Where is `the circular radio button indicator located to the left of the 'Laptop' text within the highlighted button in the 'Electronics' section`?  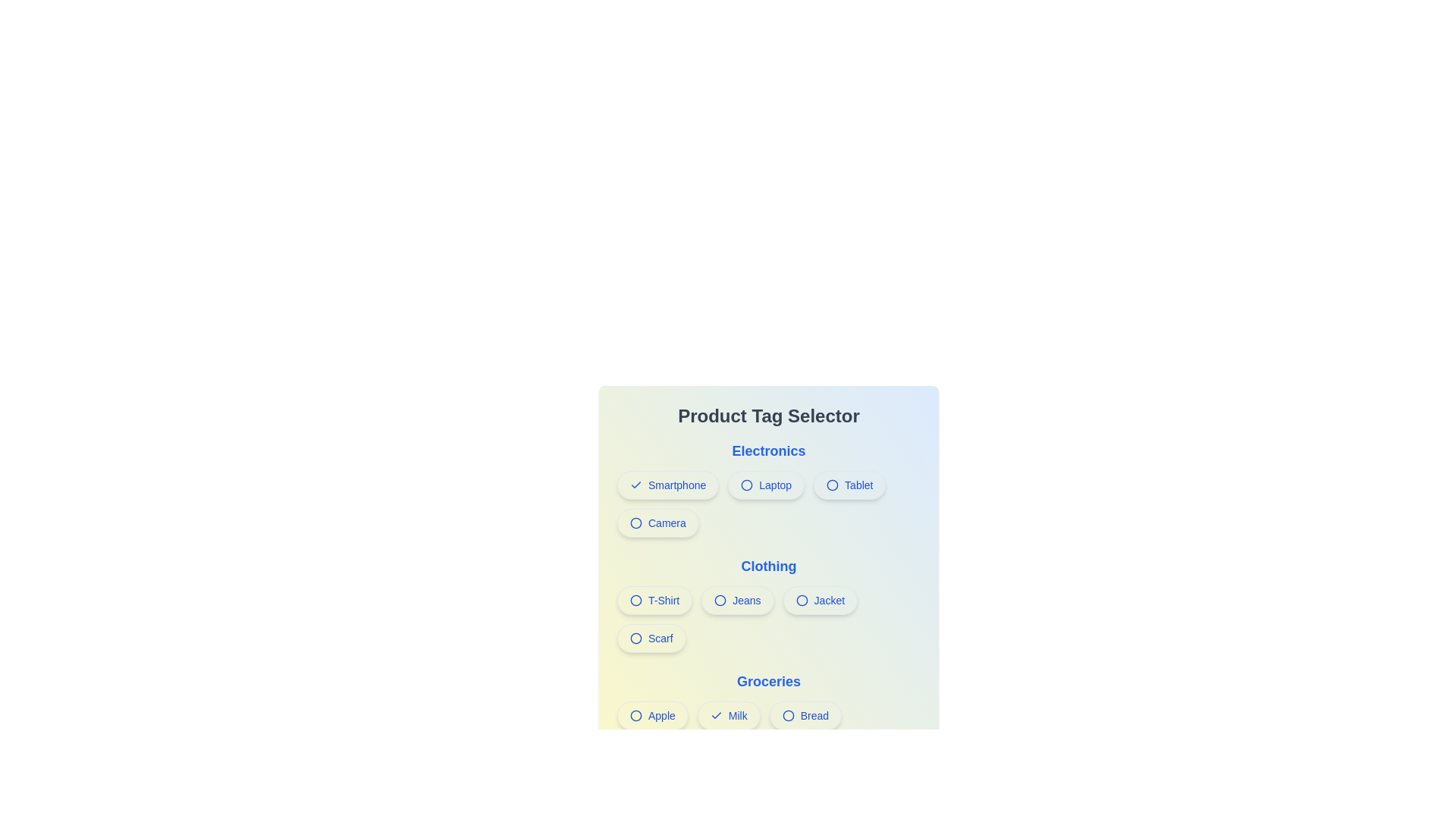
the circular radio button indicator located to the left of the 'Laptop' text within the highlighted button in the 'Electronics' section is located at coordinates (747, 485).